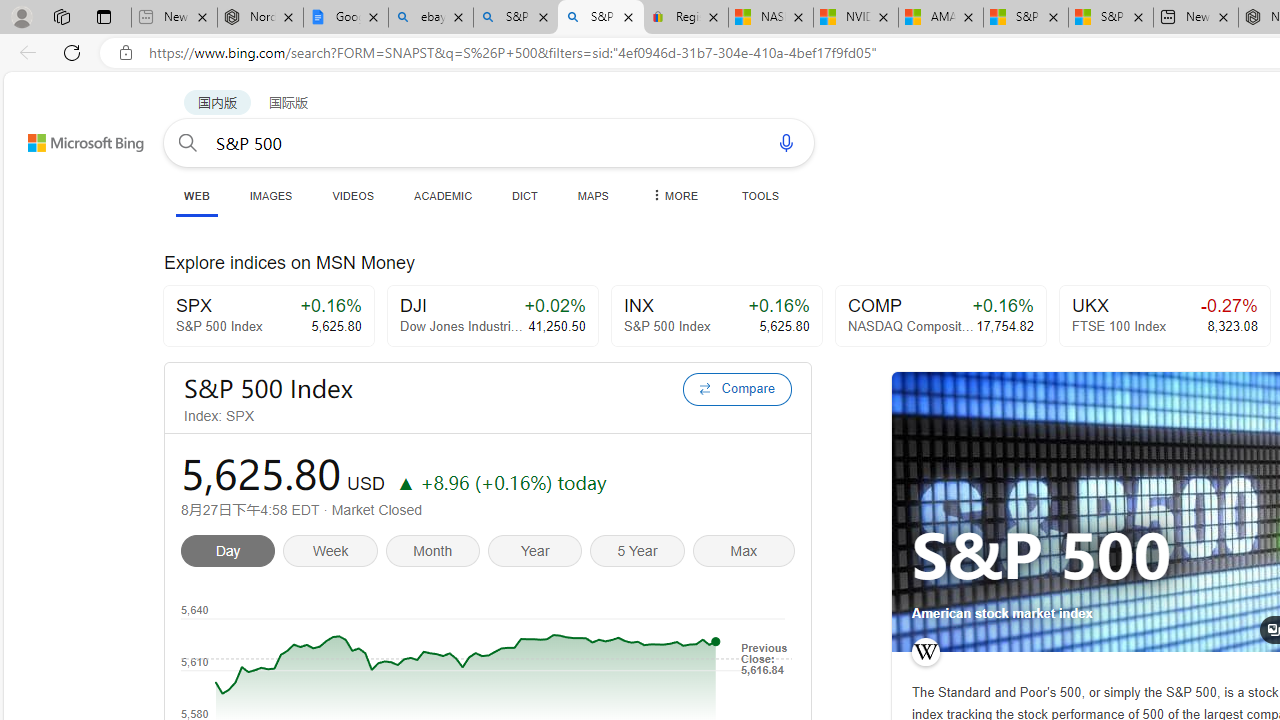 The image size is (1280, 720). Describe the element at coordinates (197, 195) in the screenshot. I see `'WEB'` at that location.